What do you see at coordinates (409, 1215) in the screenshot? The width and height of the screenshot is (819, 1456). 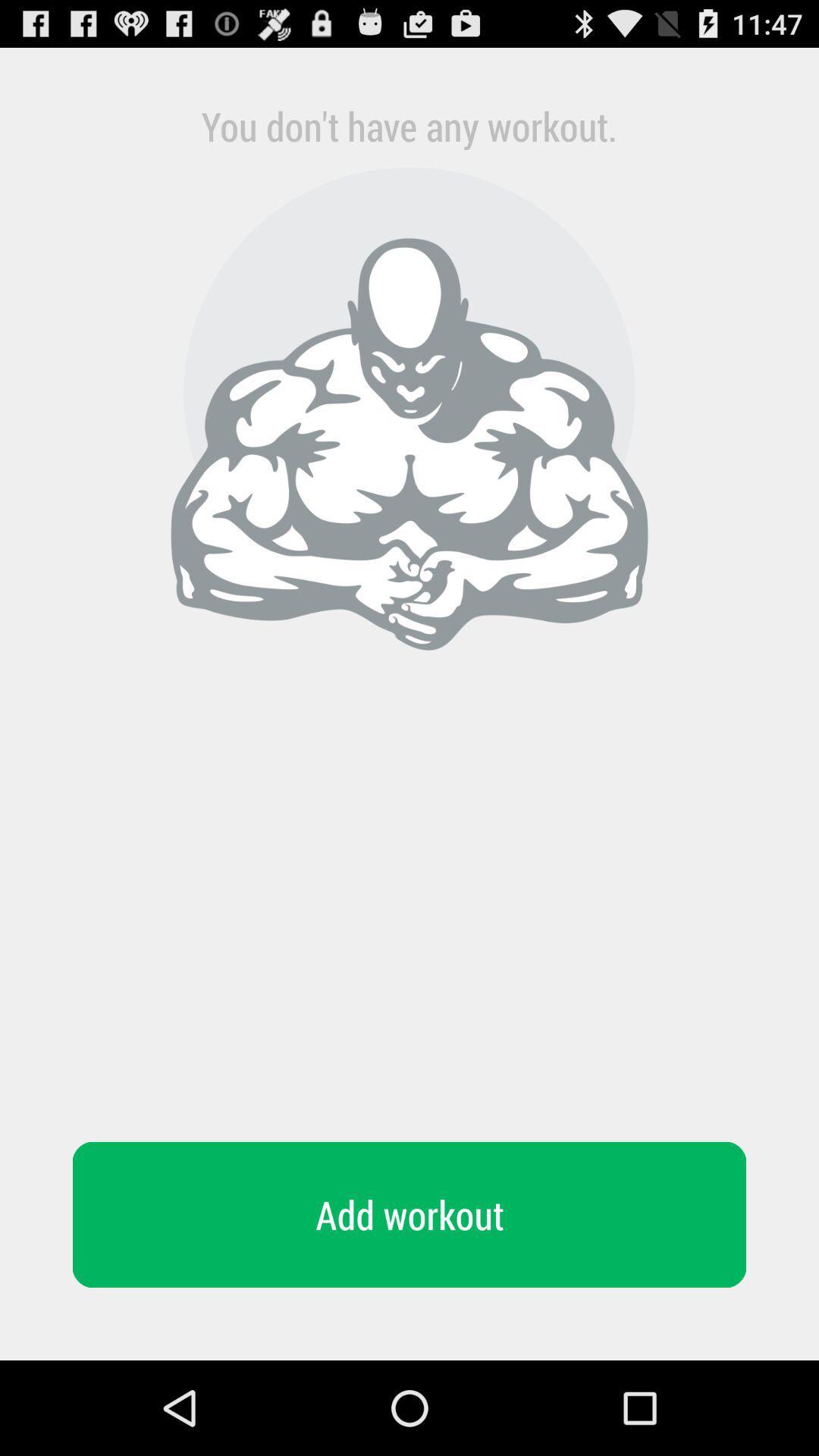 I see `add workout button` at bounding box center [409, 1215].